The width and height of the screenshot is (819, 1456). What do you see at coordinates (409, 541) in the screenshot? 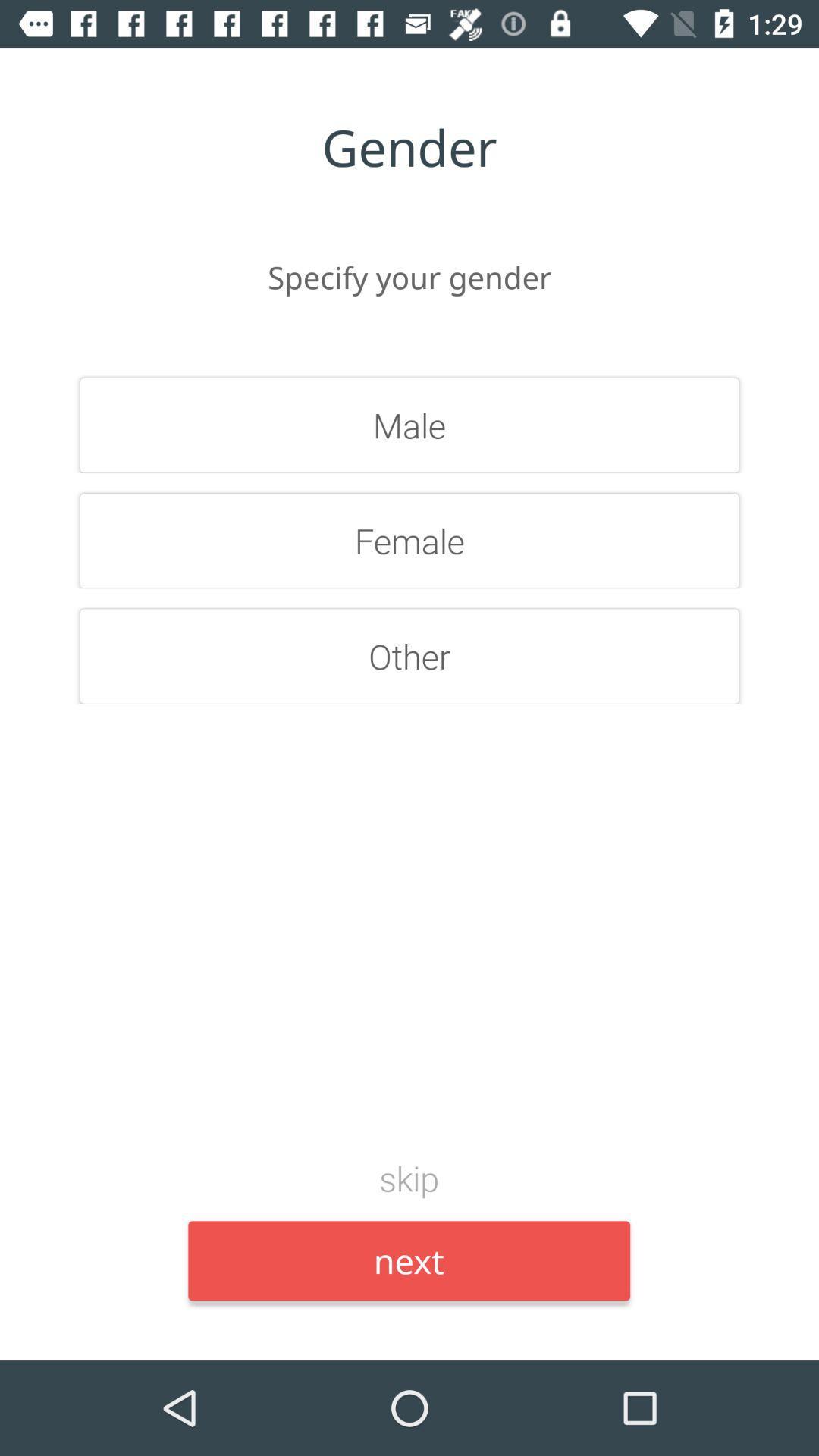
I see `the item above other icon` at bounding box center [409, 541].